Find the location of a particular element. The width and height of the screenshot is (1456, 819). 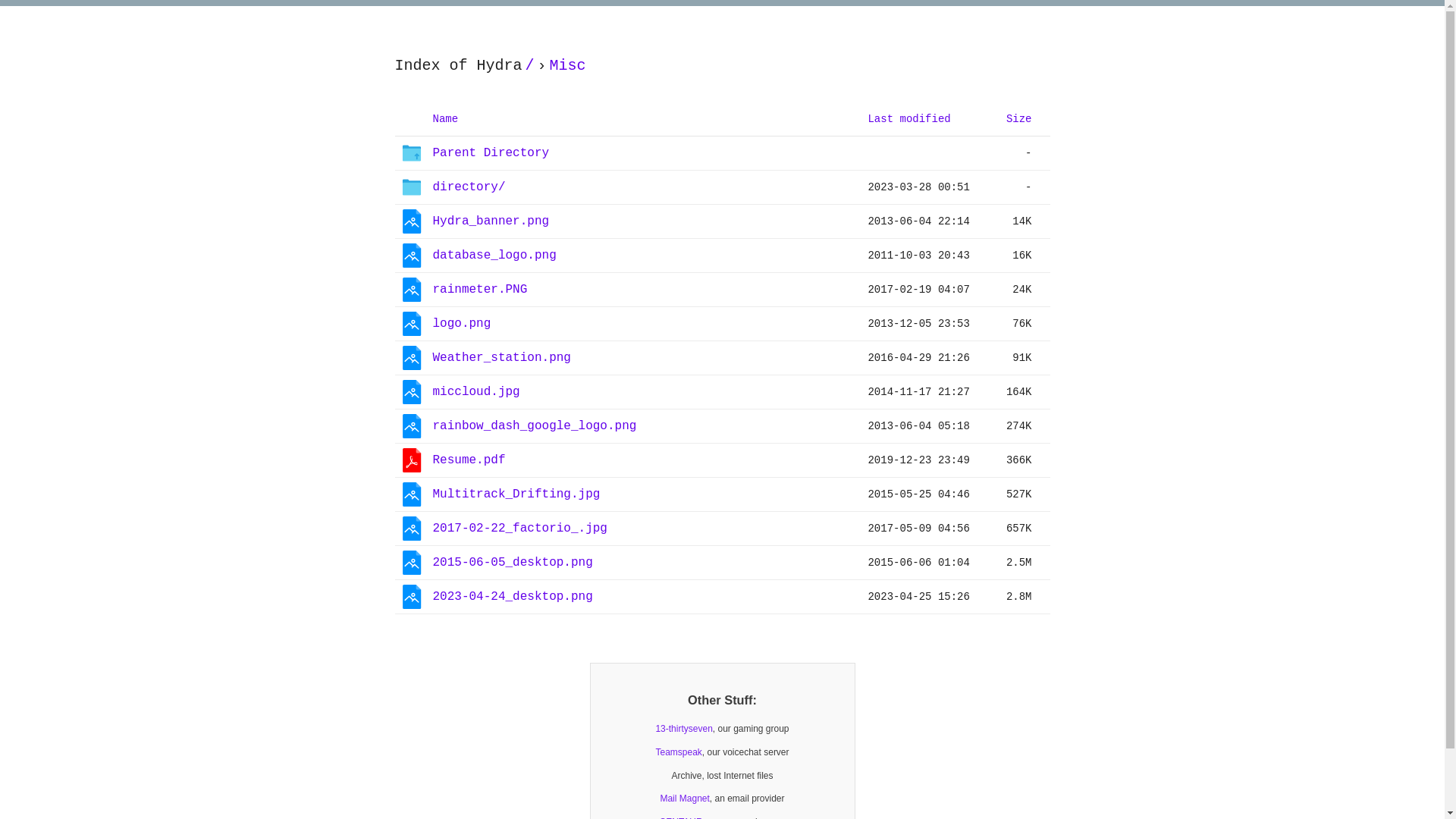

'Last modified' is located at coordinates (908, 118).